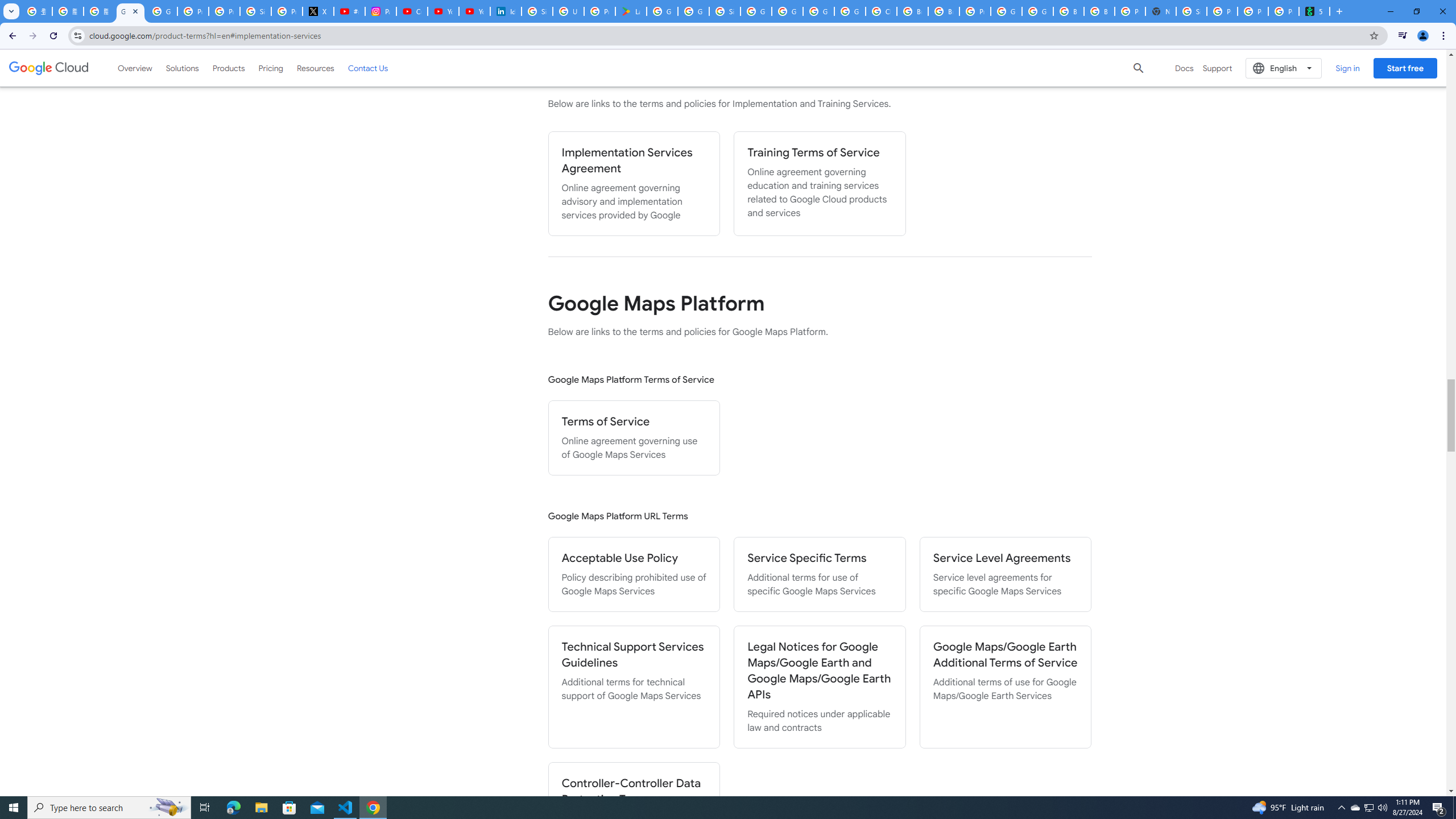 Image resolution: width=1456 pixels, height=819 pixels. I want to click on 'Pricing', so click(271, 67).